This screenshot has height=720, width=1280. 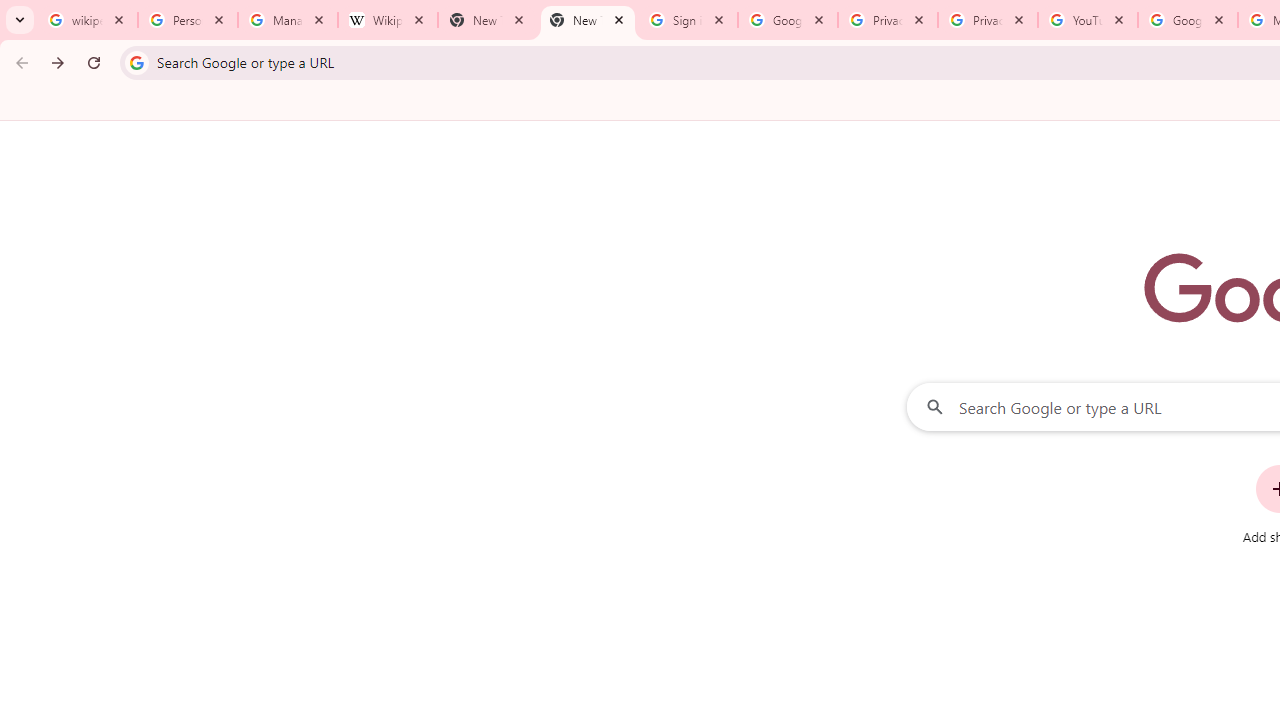 I want to click on 'Sign in - Google Accounts', so click(x=688, y=20).